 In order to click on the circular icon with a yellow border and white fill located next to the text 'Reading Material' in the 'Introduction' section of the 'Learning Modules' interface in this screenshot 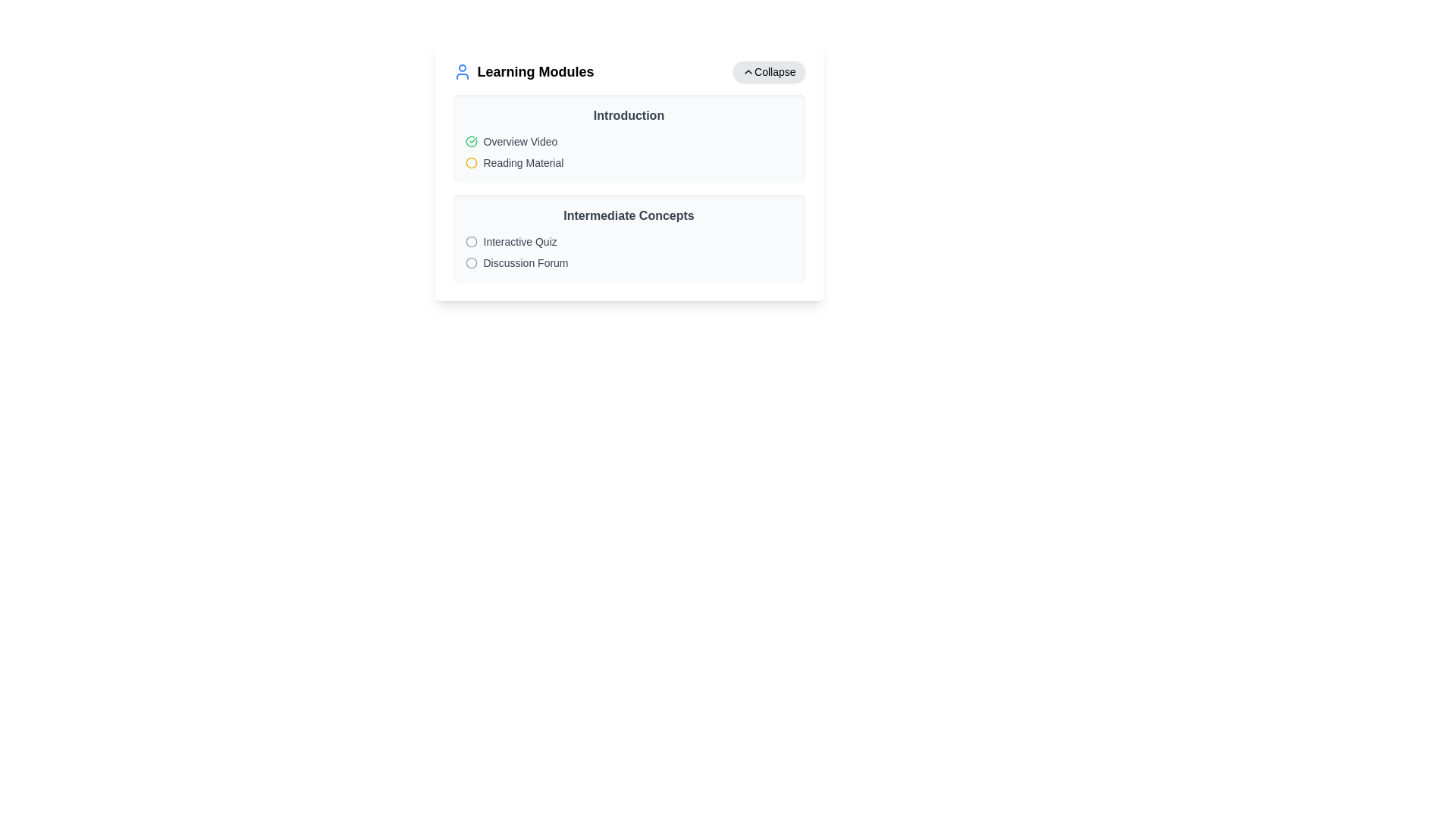, I will do `click(470, 163)`.